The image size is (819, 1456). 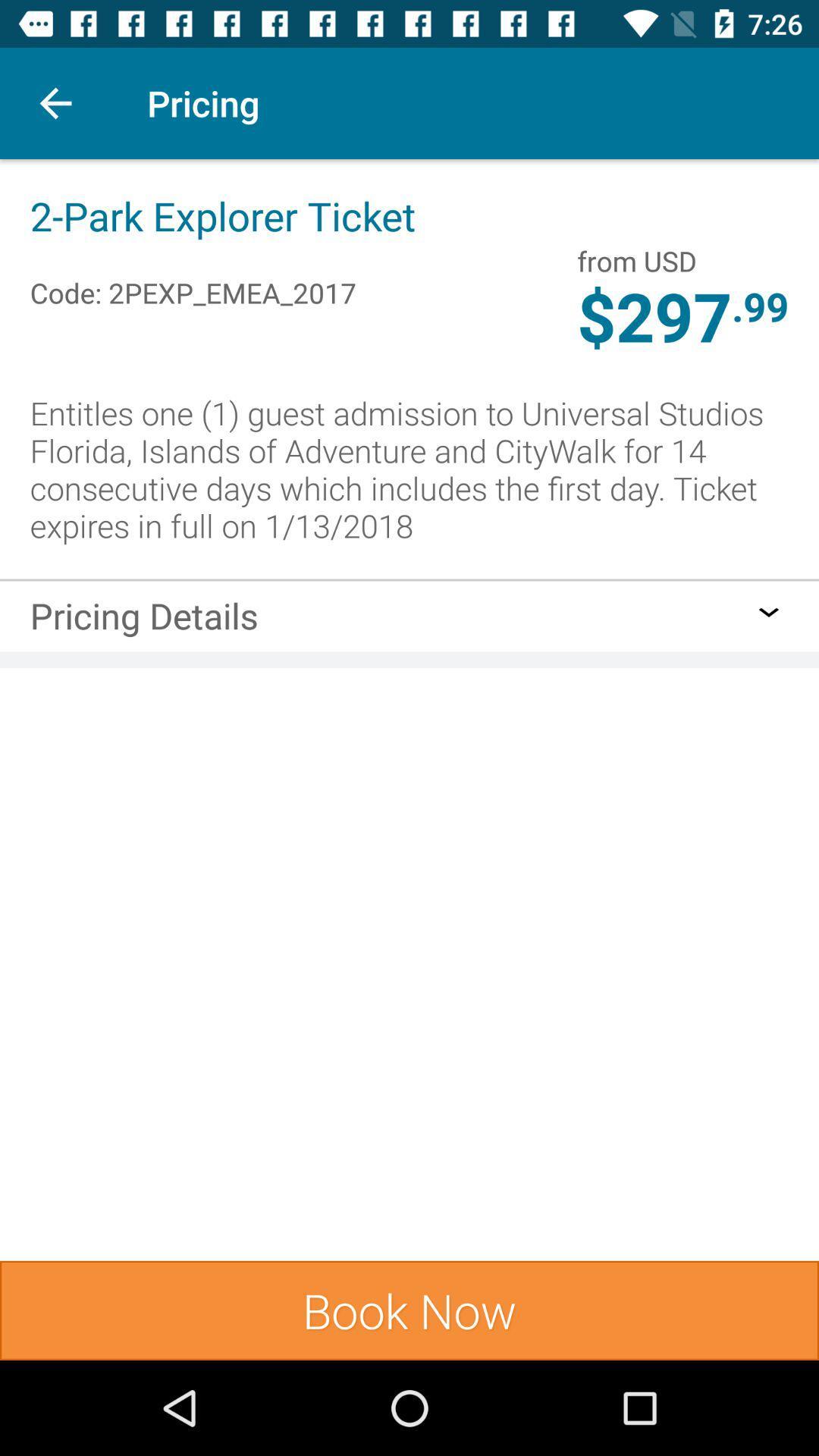 What do you see at coordinates (409, 579) in the screenshot?
I see `the item below the entitles one 1 item` at bounding box center [409, 579].